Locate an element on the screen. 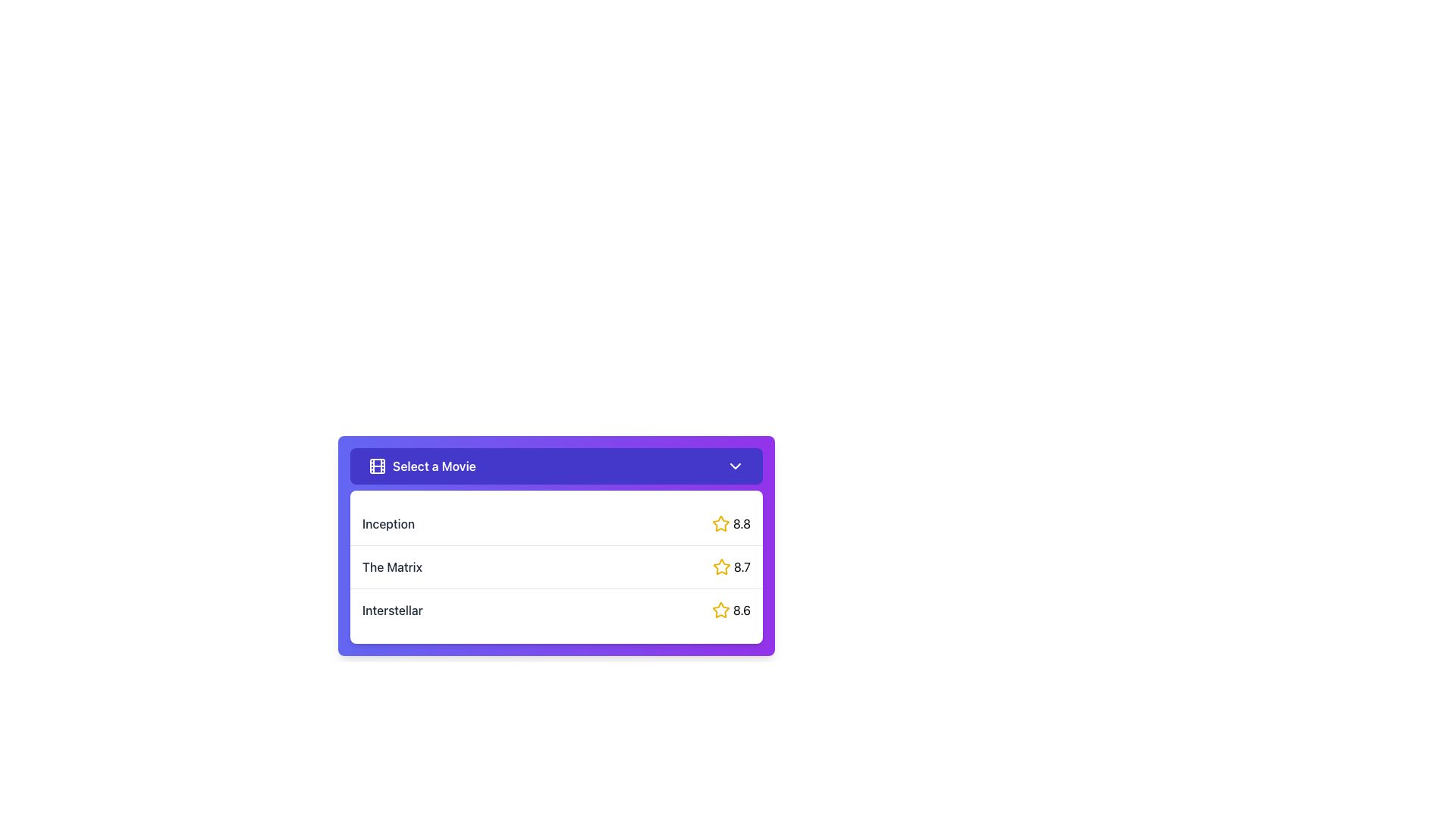  on the second list item displaying information about the movie 'The Matrix' within the dropdown-like widget is located at coordinates (556, 567).